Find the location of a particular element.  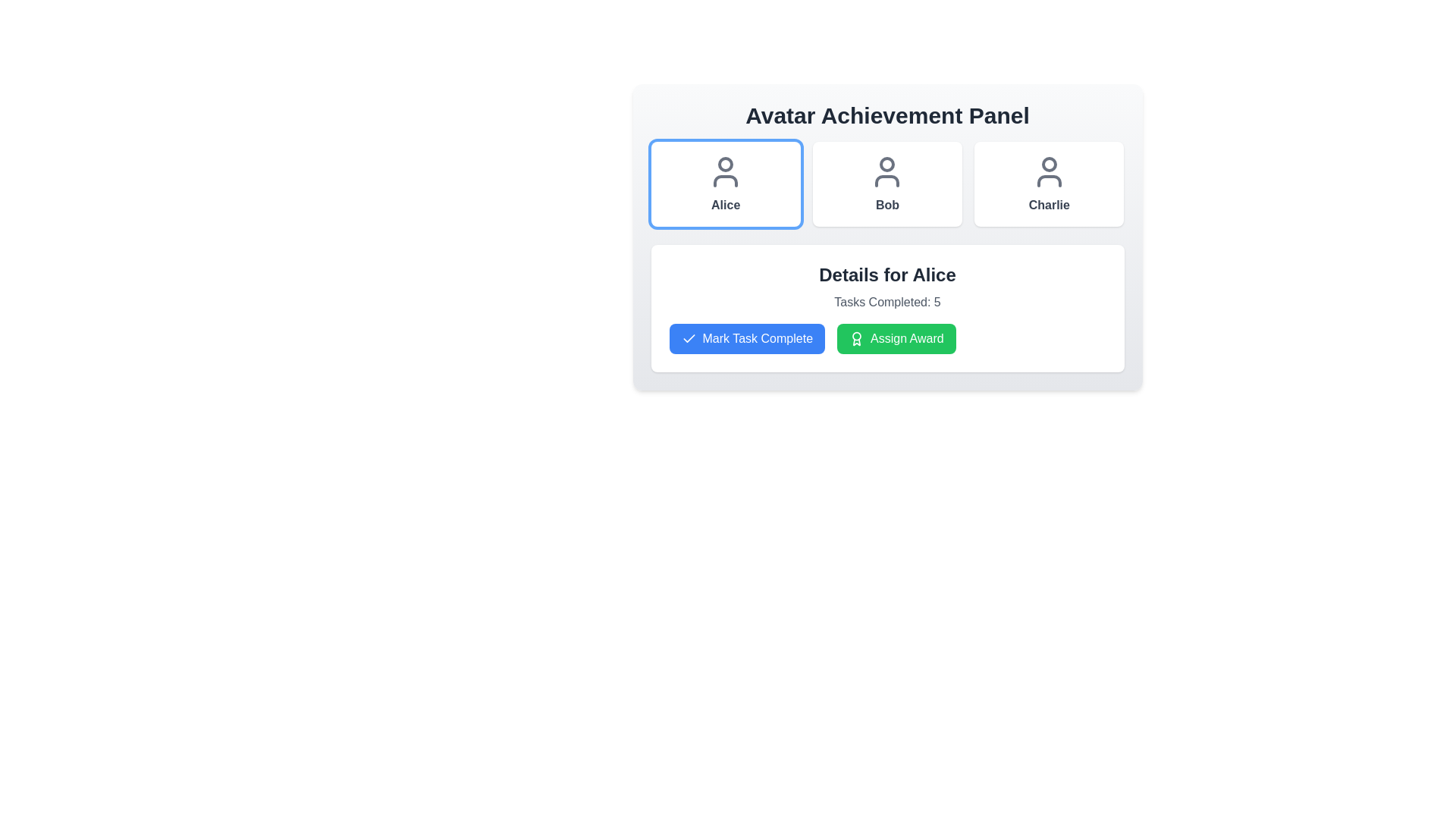

the circular red marker positioned above the head of the avatar in the 'Alice' section of the 'Avatar Achievement Panel' is located at coordinates (725, 164).